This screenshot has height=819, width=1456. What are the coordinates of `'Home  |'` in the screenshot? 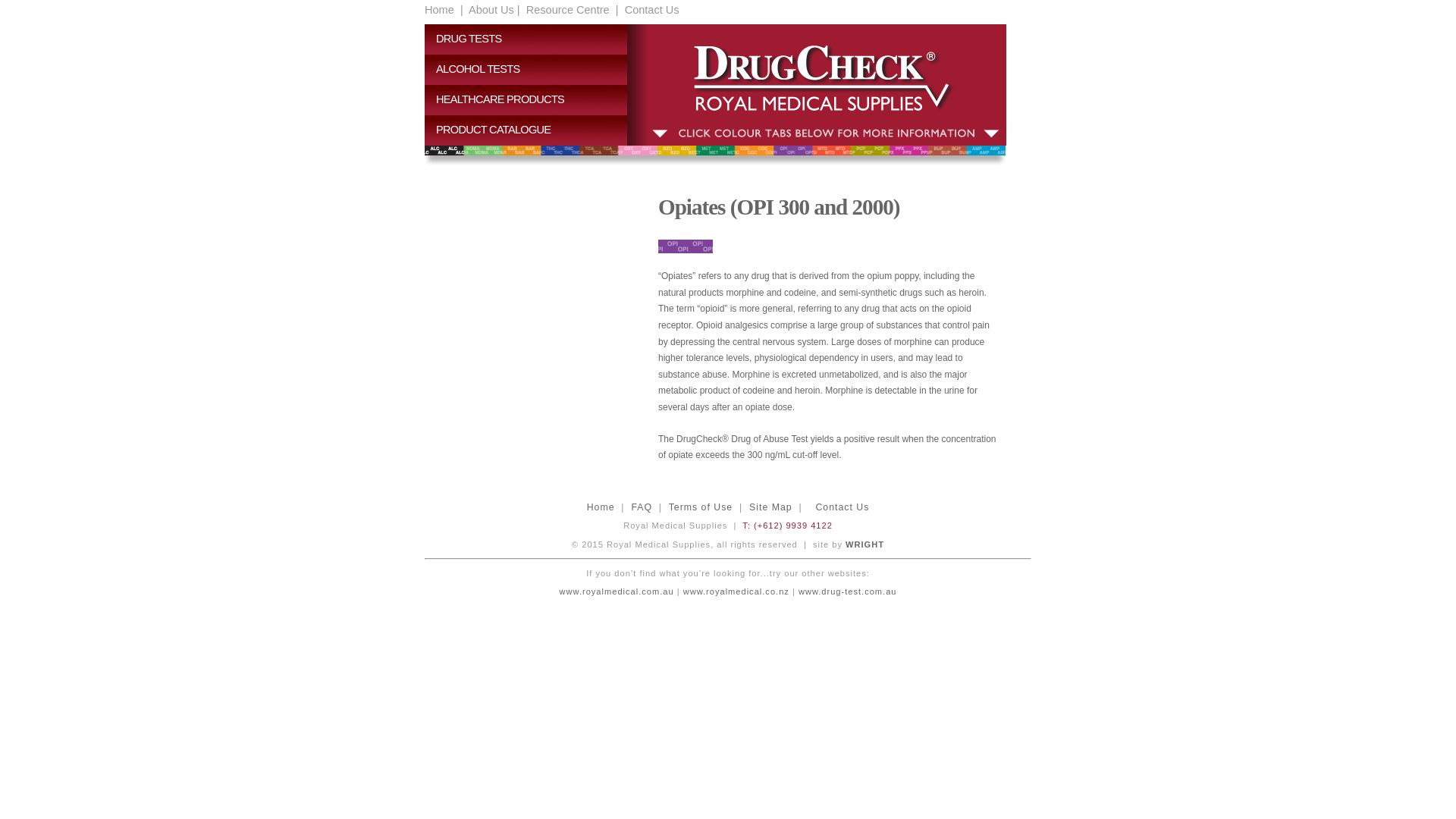 It's located at (443, 9).